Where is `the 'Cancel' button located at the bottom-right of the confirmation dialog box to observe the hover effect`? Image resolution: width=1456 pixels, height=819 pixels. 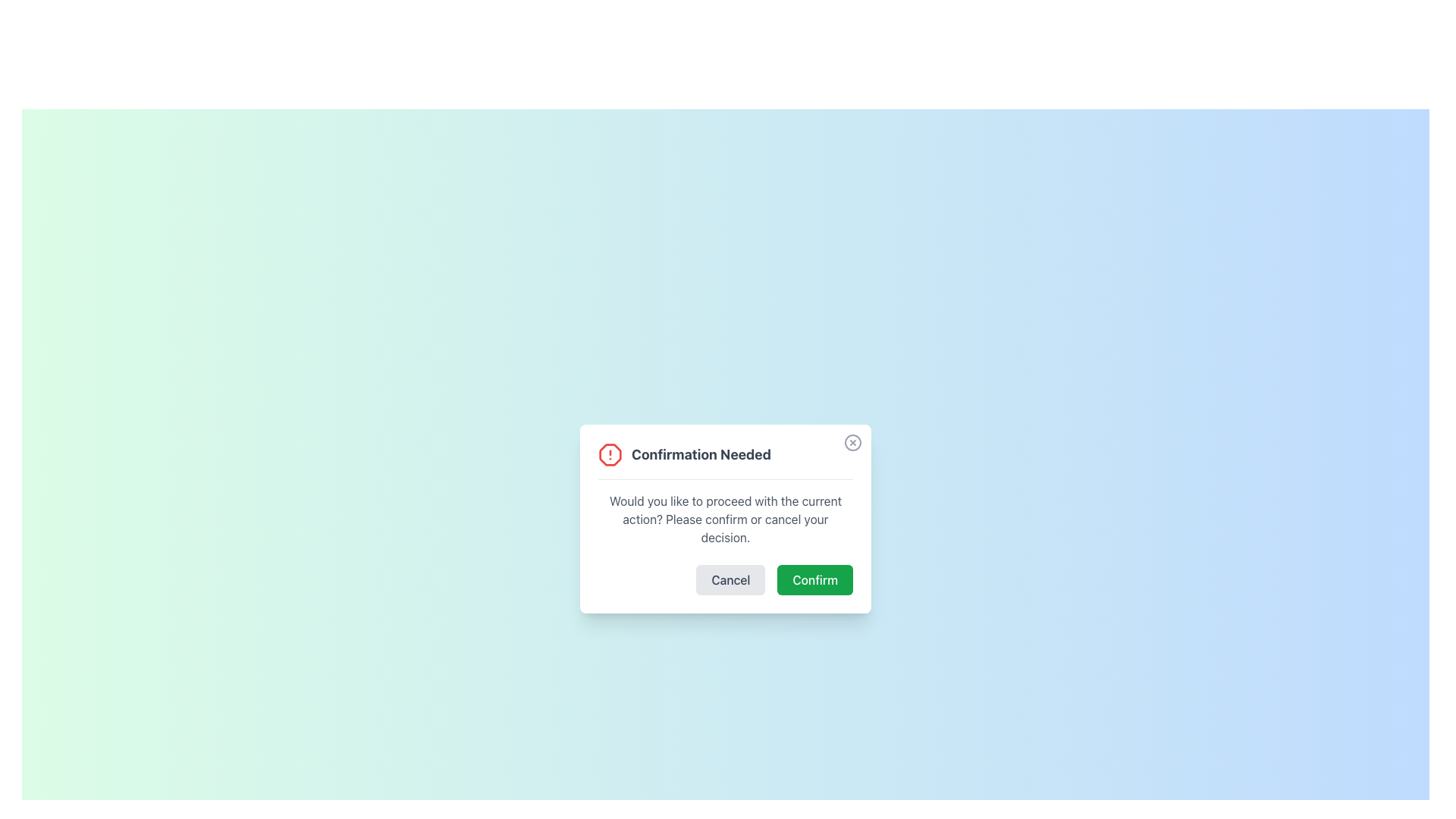
the 'Cancel' button located at the bottom-right of the confirmation dialog box to observe the hover effect is located at coordinates (724, 579).